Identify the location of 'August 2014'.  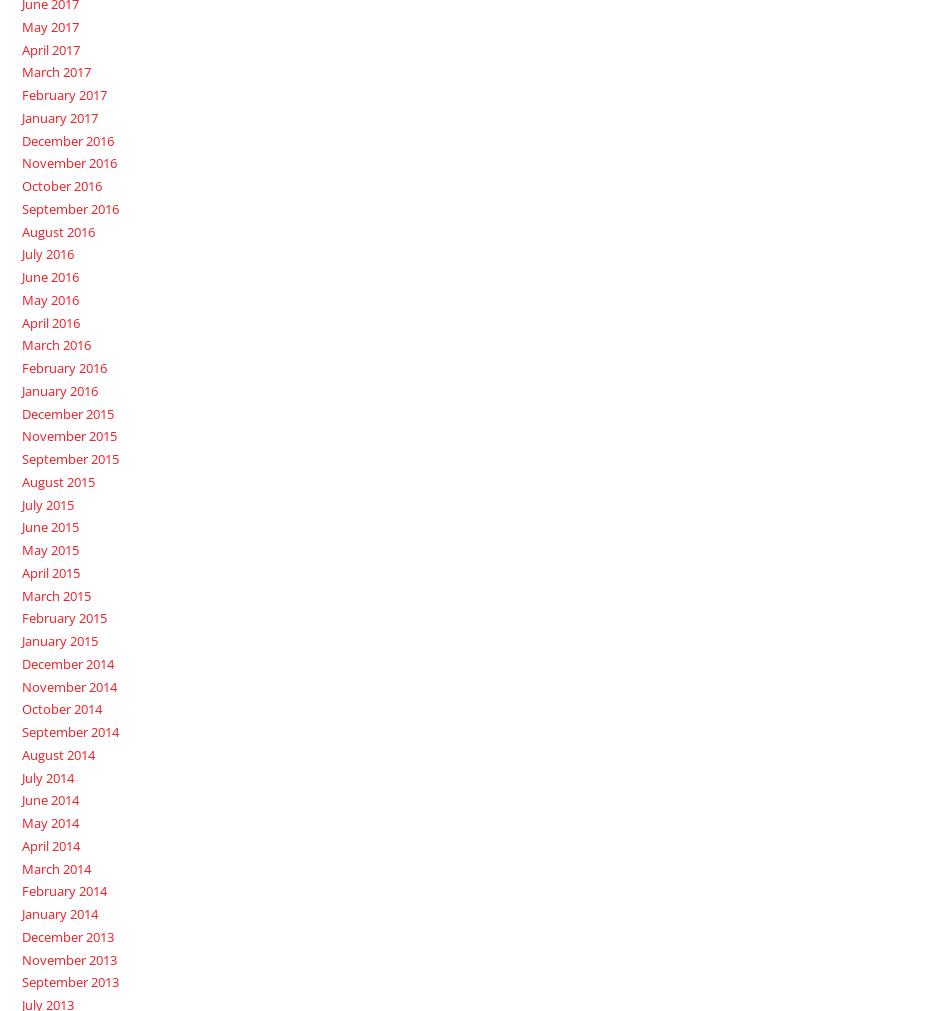
(57, 753).